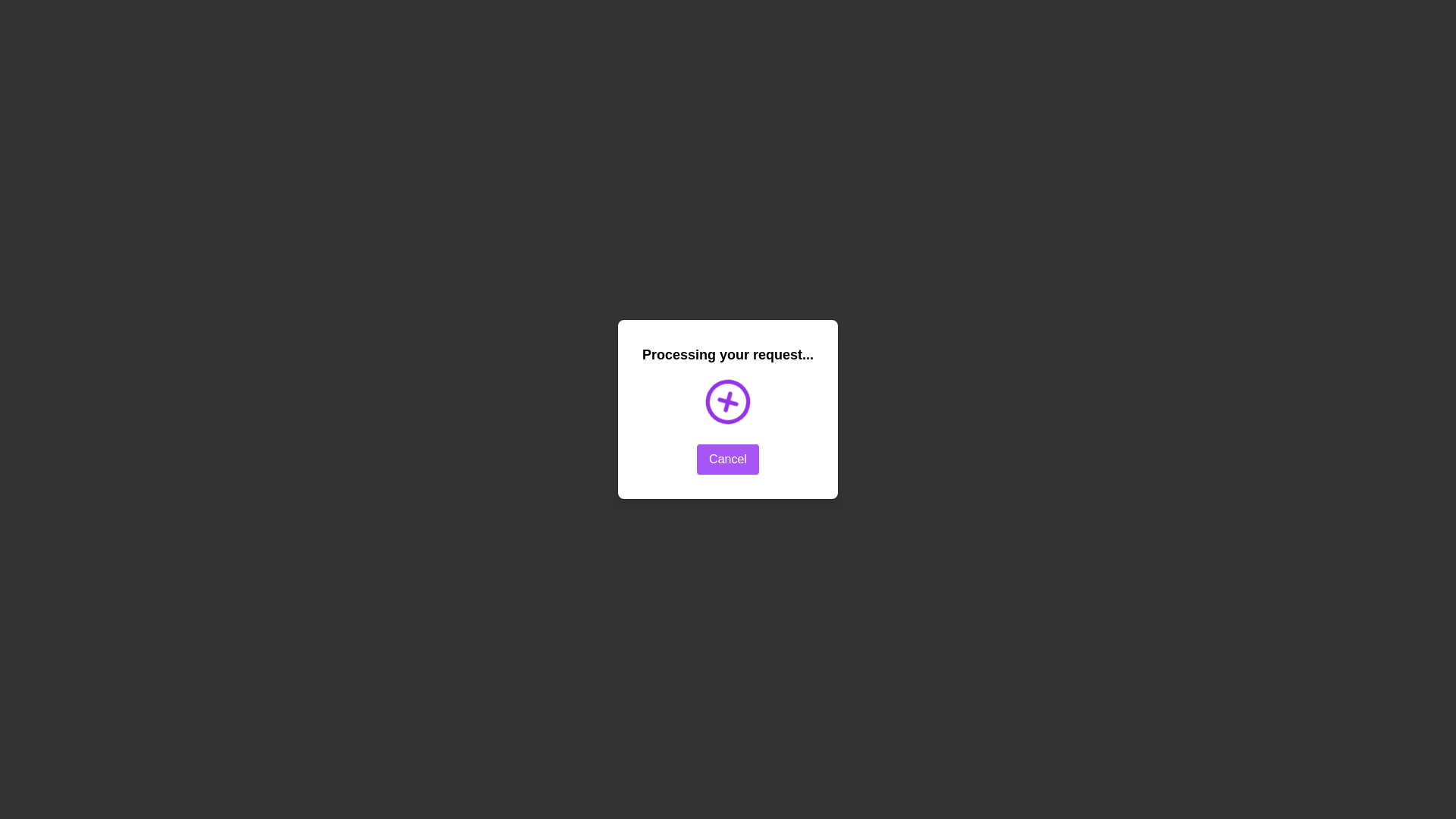  What do you see at coordinates (728, 458) in the screenshot?
I see `the cancel button located at the bottom of the modal dialog` at bounding box center [728, 458].